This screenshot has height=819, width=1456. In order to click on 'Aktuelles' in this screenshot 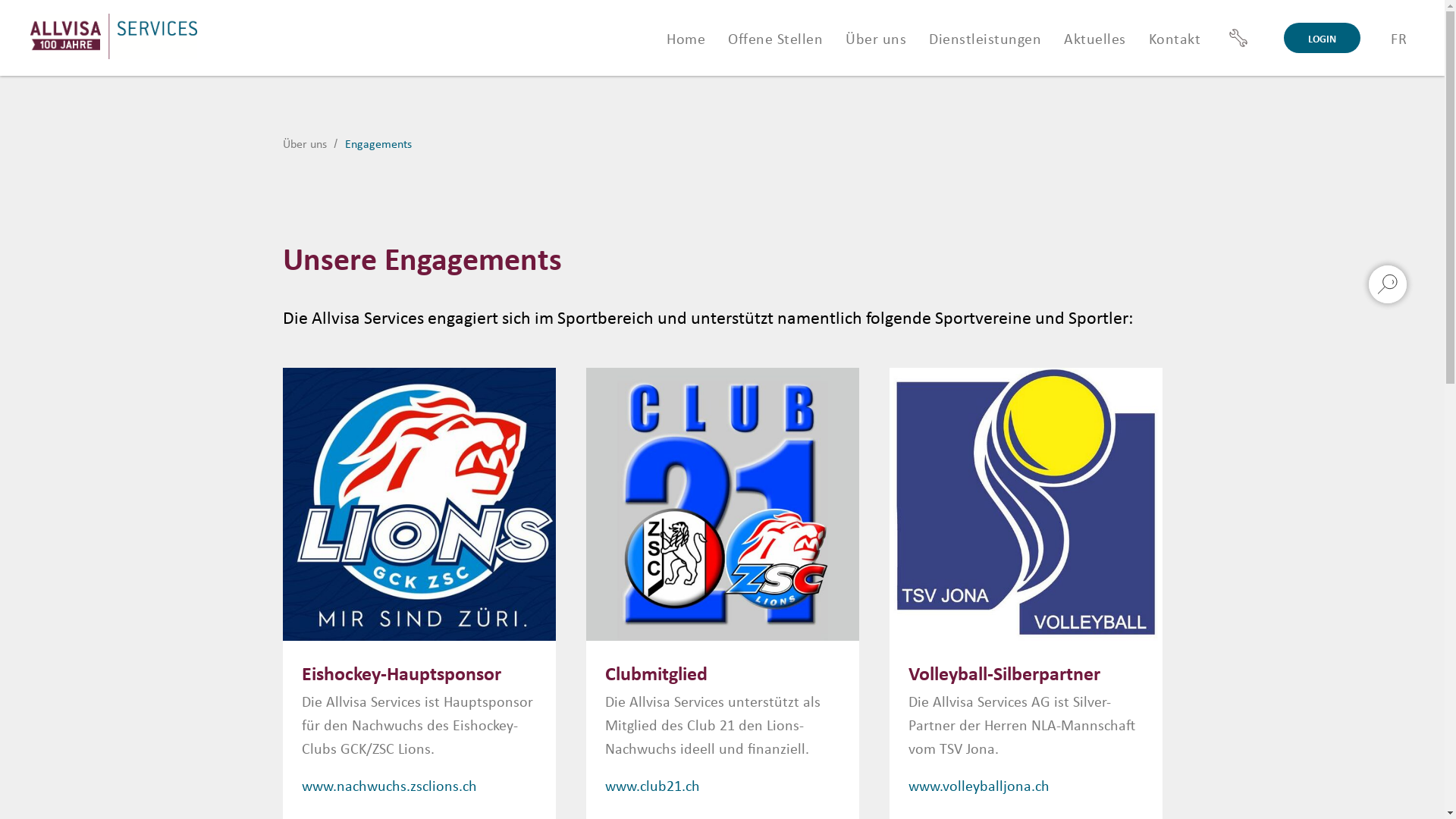, I will do `click(1095, 36)`.